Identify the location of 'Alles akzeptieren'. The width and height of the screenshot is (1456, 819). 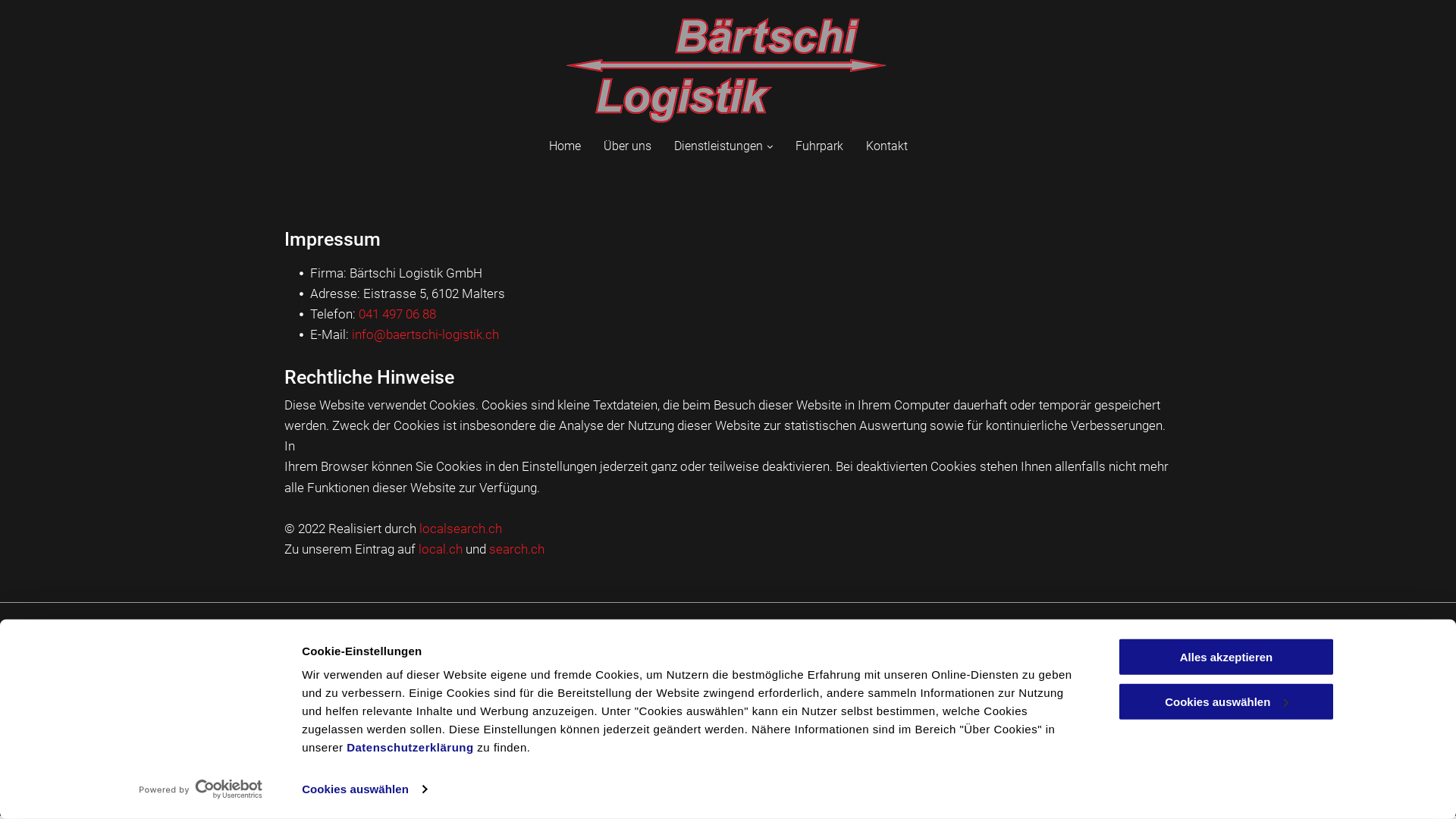
(1226, 656).